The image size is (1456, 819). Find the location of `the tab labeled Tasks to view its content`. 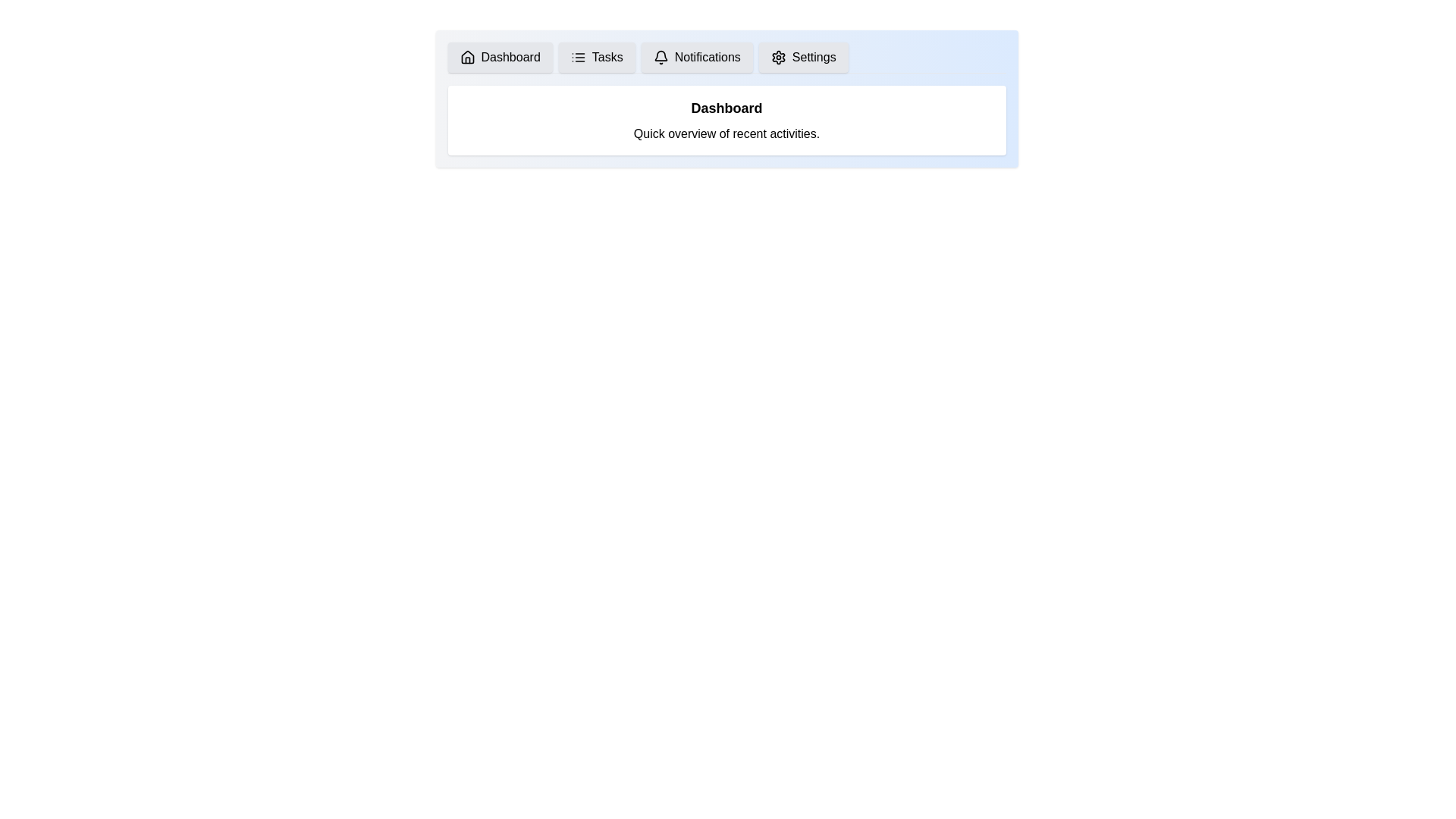

the tab labeled Tasks to view its content is located at coordinates (596, 57).